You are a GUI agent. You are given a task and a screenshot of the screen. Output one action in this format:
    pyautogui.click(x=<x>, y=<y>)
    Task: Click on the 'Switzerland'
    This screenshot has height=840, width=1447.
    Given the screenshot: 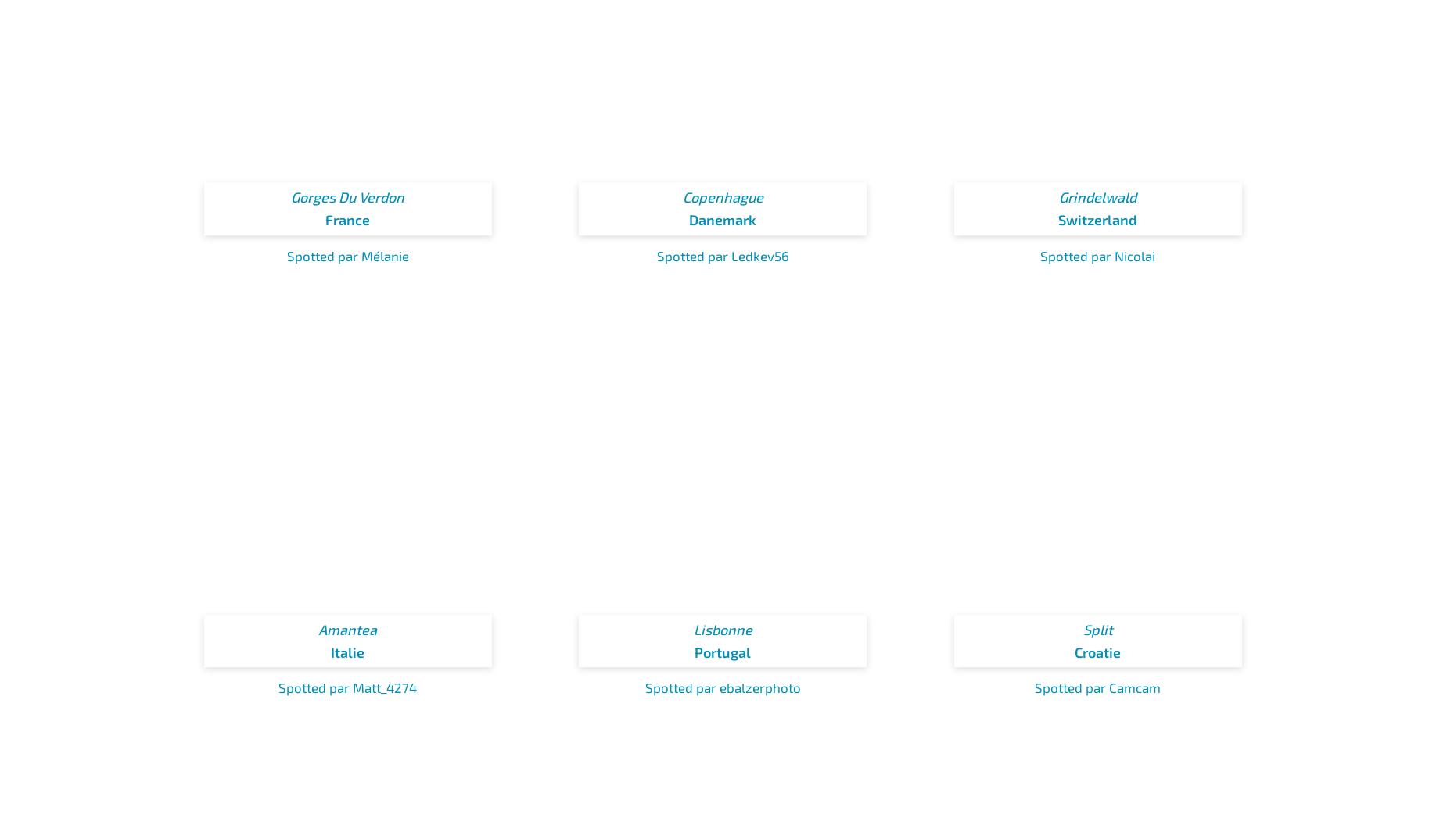 What is the action you would take?
    pyautogui.click(x=1097, y=219)
    